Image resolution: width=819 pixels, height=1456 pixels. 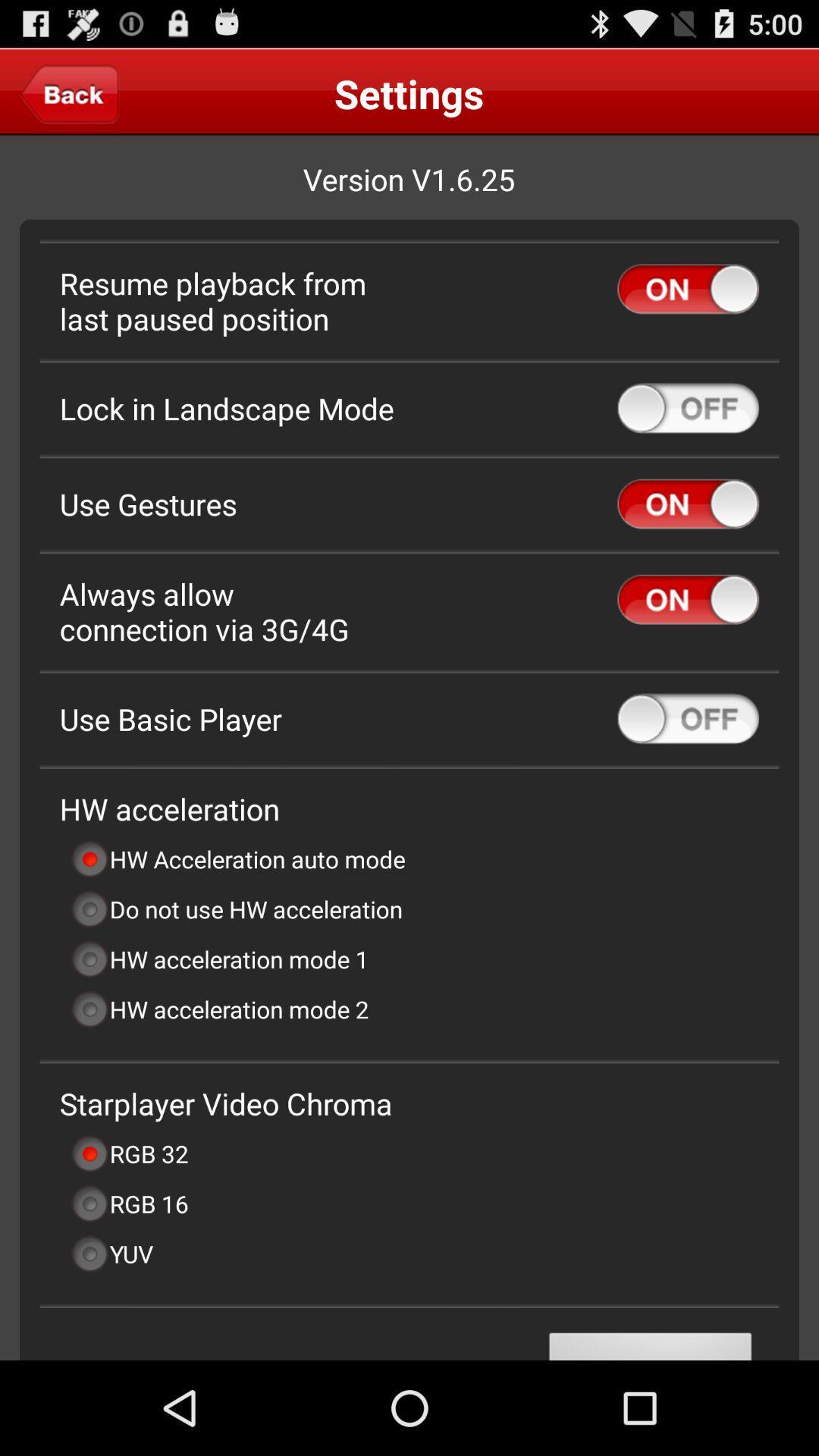 I want to click on item above the yuv radio button, so click(x=128, y=1203).